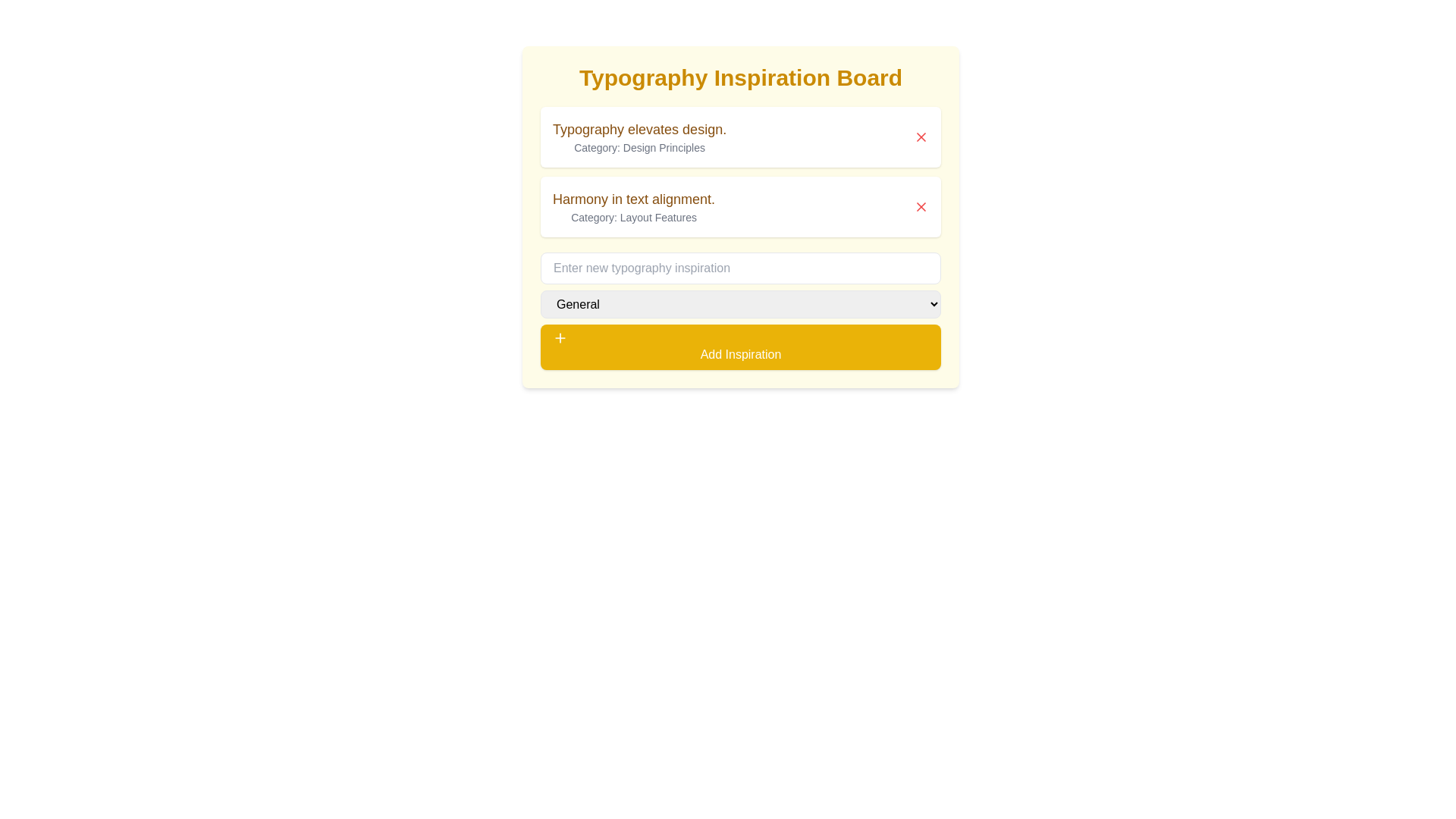 The width and height of the screenshot is (1456, 819). Describe the element at coordinates (633, 198) in the screenshot. I see `text label or heading that serves as a main title for the sub-section categorized under 'Layout Features', located centrally above the descriptive text` at that location.